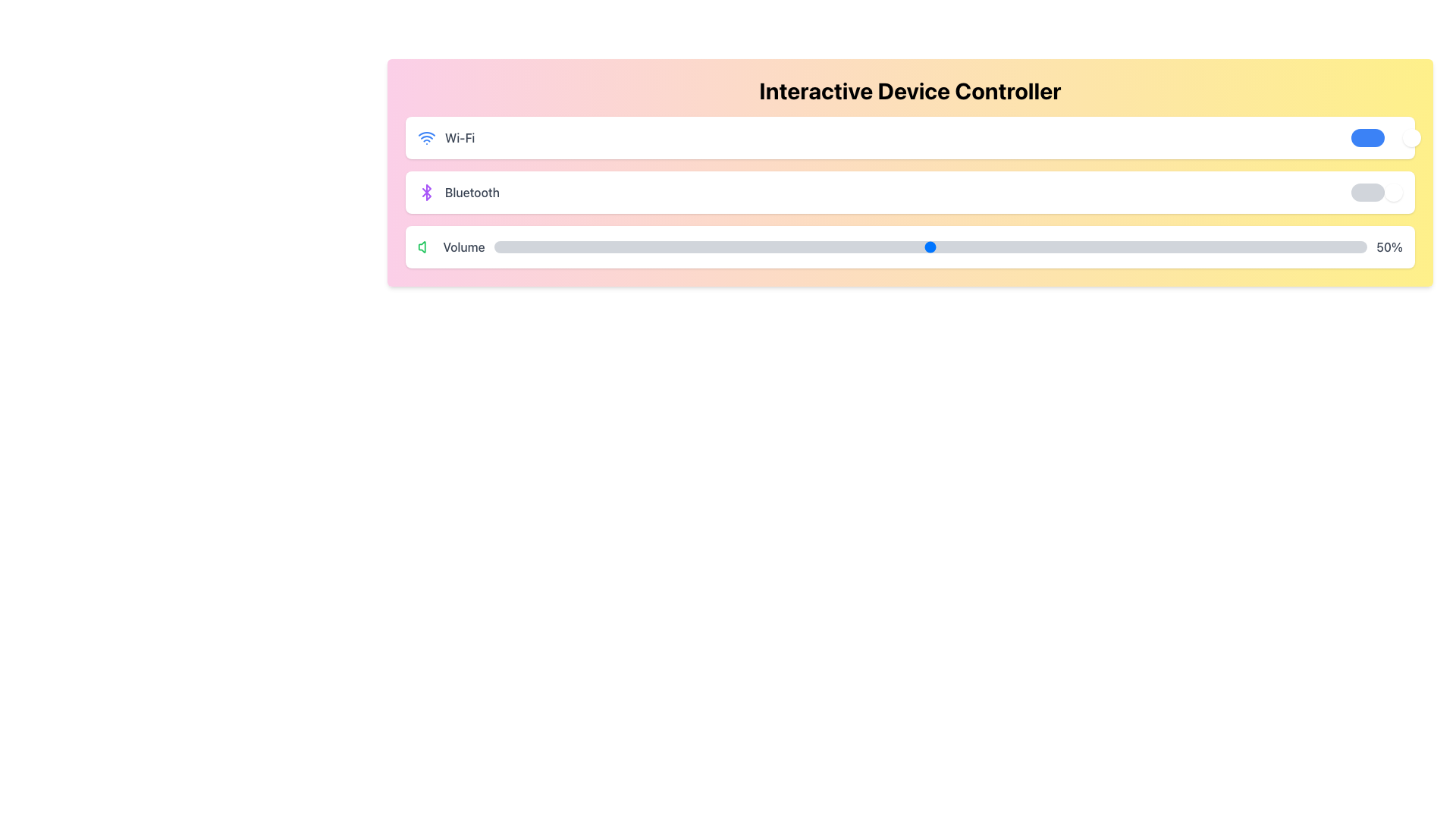 The width and height of the screenshot is (1456, 819). I want to click on the Bluetooth icon, which is located in the second row of a vertical list, immediately to the left of the label 'Bluetooth', so click(425, 192).